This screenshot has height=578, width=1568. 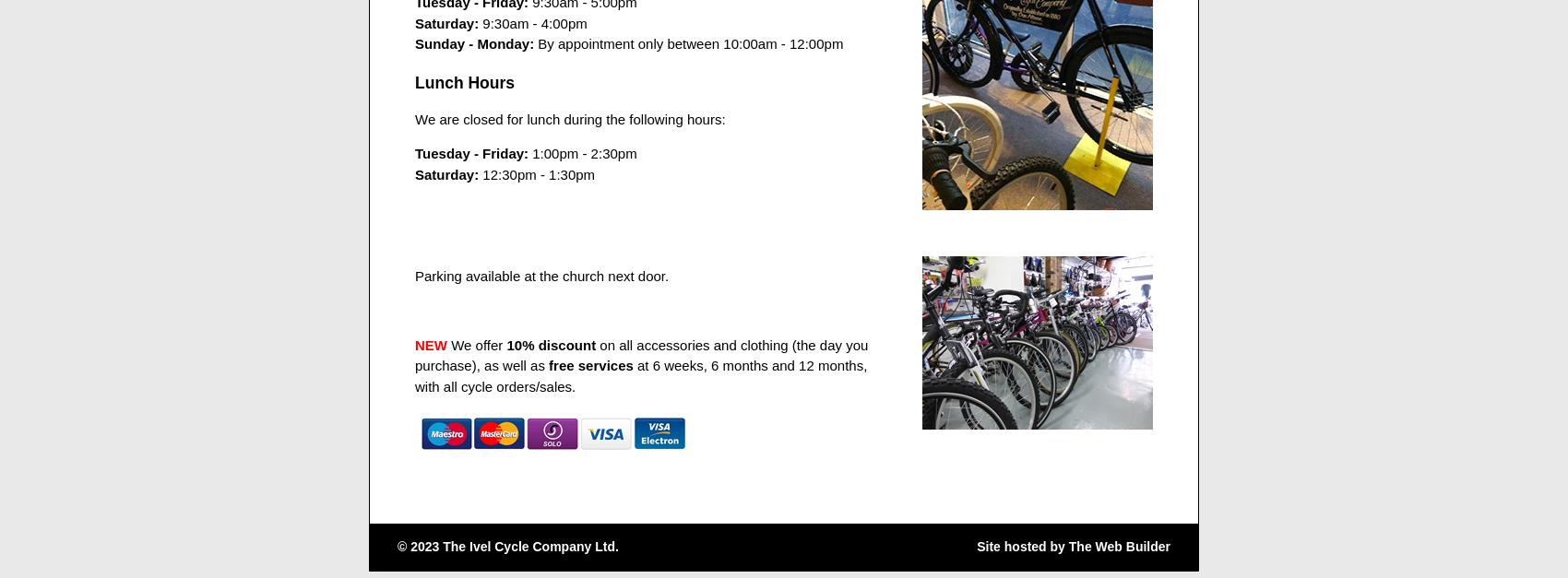 What do you see at coordinates (975, 545) in the screenshot?
I see `'Site hosted by'` at bounding box center [975, 545].